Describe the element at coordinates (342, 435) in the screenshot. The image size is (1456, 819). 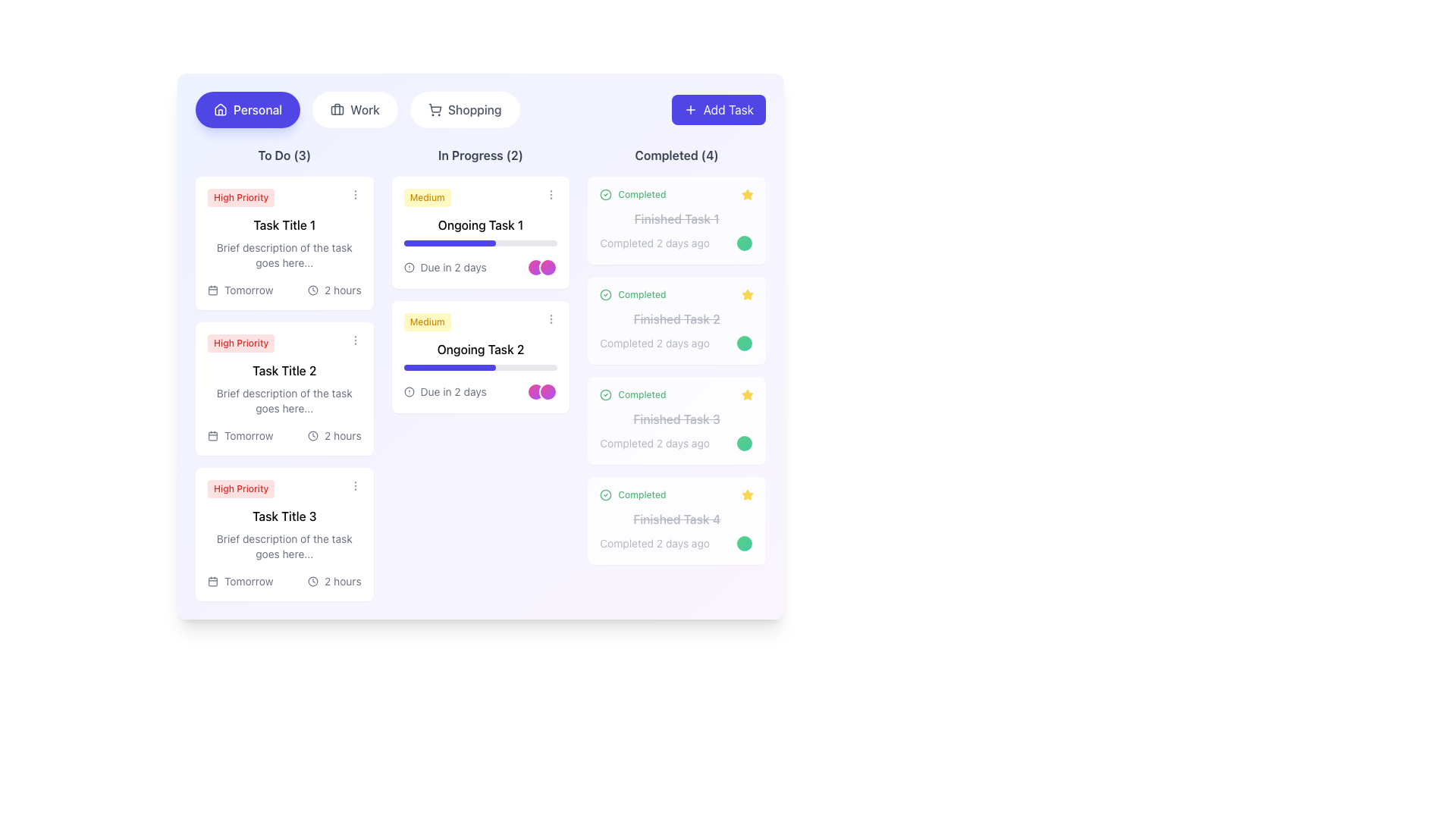
I see `the text label displaying '2 hours', which is located to the right of the clock icon in the bottom-right corner of the 'Task Title 2' card in the 'To Do' column` at that location.